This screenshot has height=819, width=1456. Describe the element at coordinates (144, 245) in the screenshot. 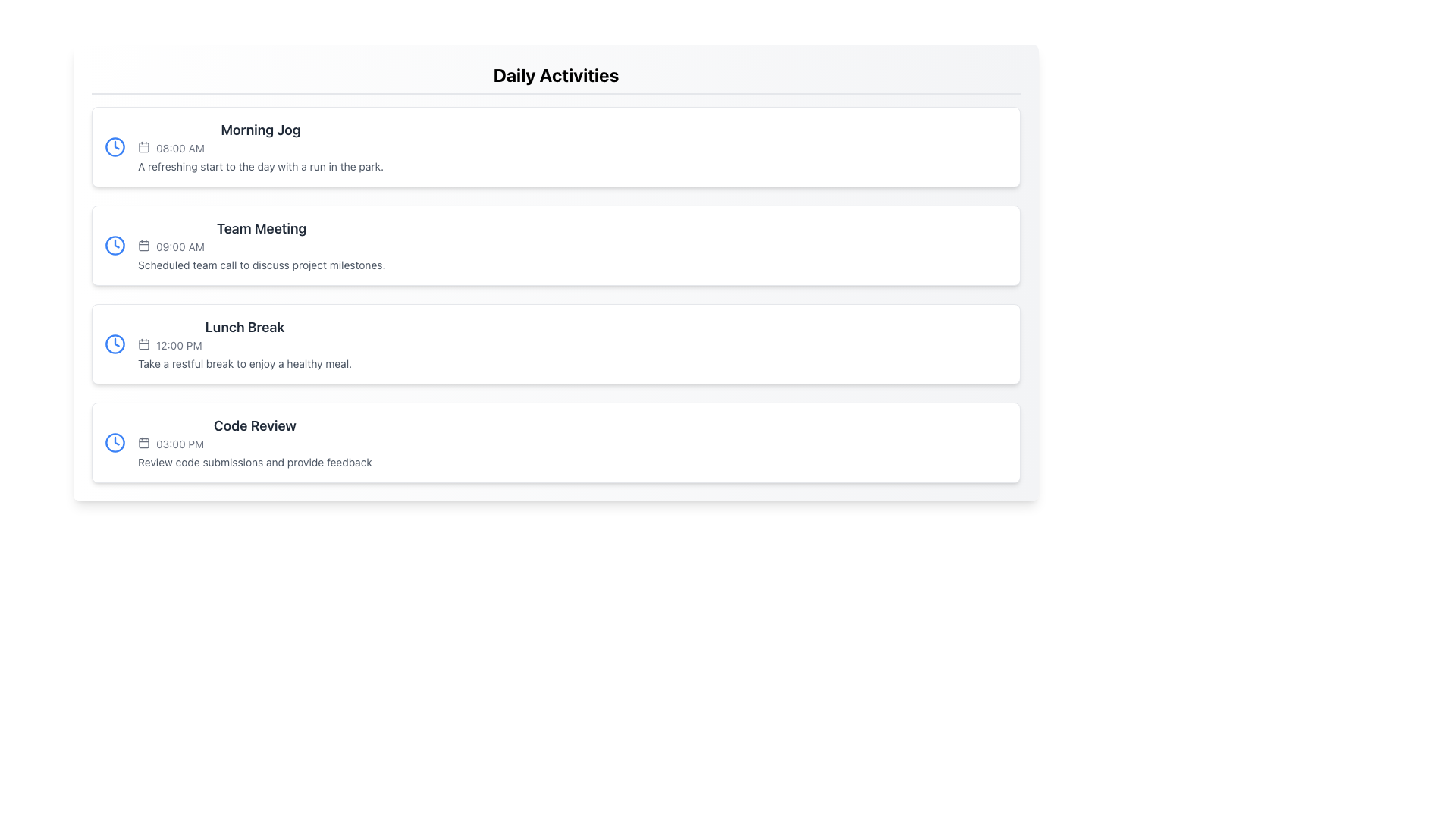

I see `the visual appearance of the calendar icon located to the left of the '09:00 AM' text in the 'Team Meeting' activity block, which is the second block under the 'Daily Activities' header` at that location.